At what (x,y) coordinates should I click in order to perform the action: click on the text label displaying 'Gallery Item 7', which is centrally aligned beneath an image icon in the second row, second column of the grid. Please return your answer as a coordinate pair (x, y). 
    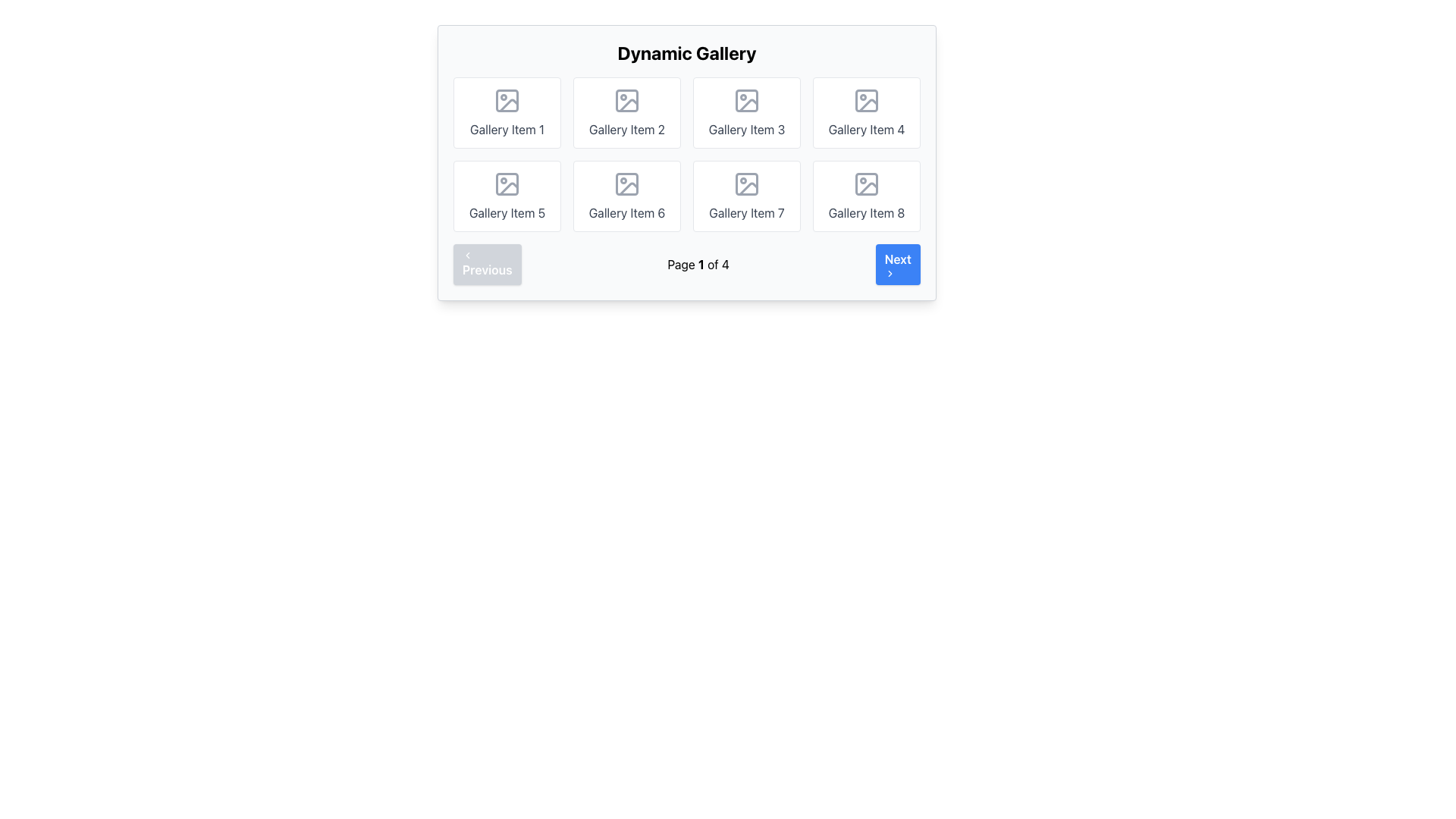
    Looking at the image, I should click on (746, 213).